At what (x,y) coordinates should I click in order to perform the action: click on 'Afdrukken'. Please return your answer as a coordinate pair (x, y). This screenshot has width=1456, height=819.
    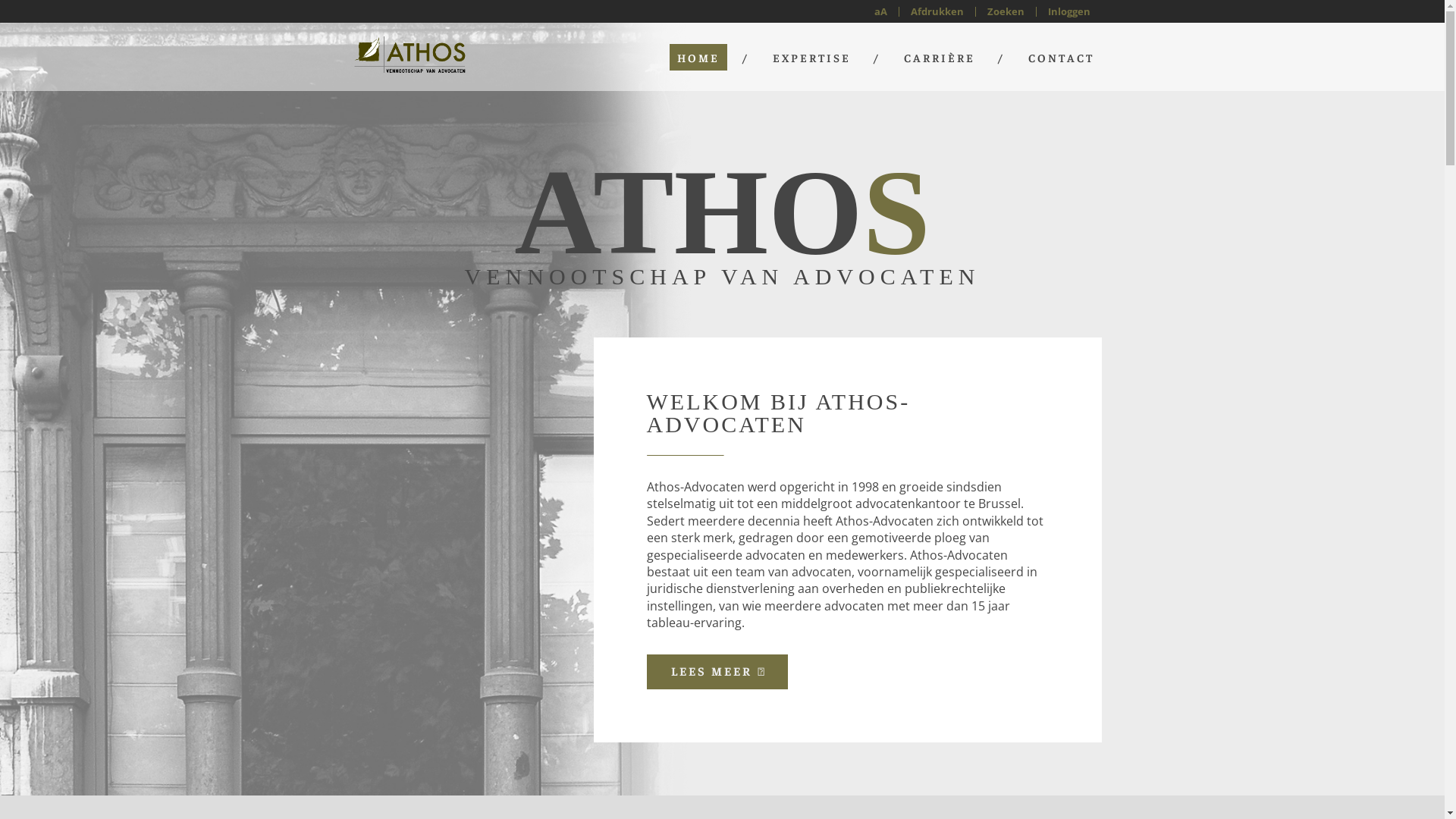
    Looking at the image, I should click on (937, 11).